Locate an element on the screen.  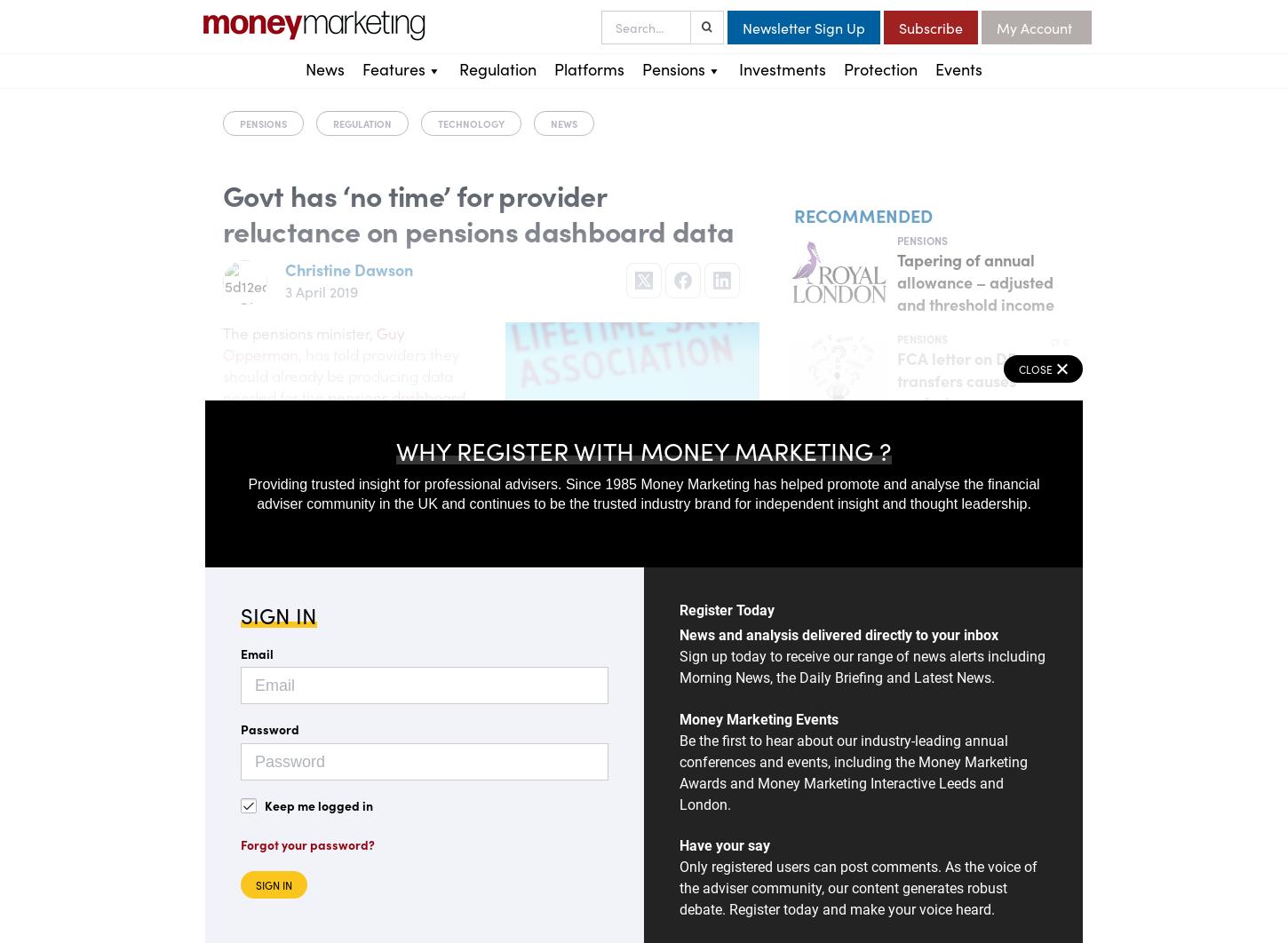
') said the government response to a dashboard feasibility consultation would be published in ‘days or weeks’.' is located at coordinates (393, 542).